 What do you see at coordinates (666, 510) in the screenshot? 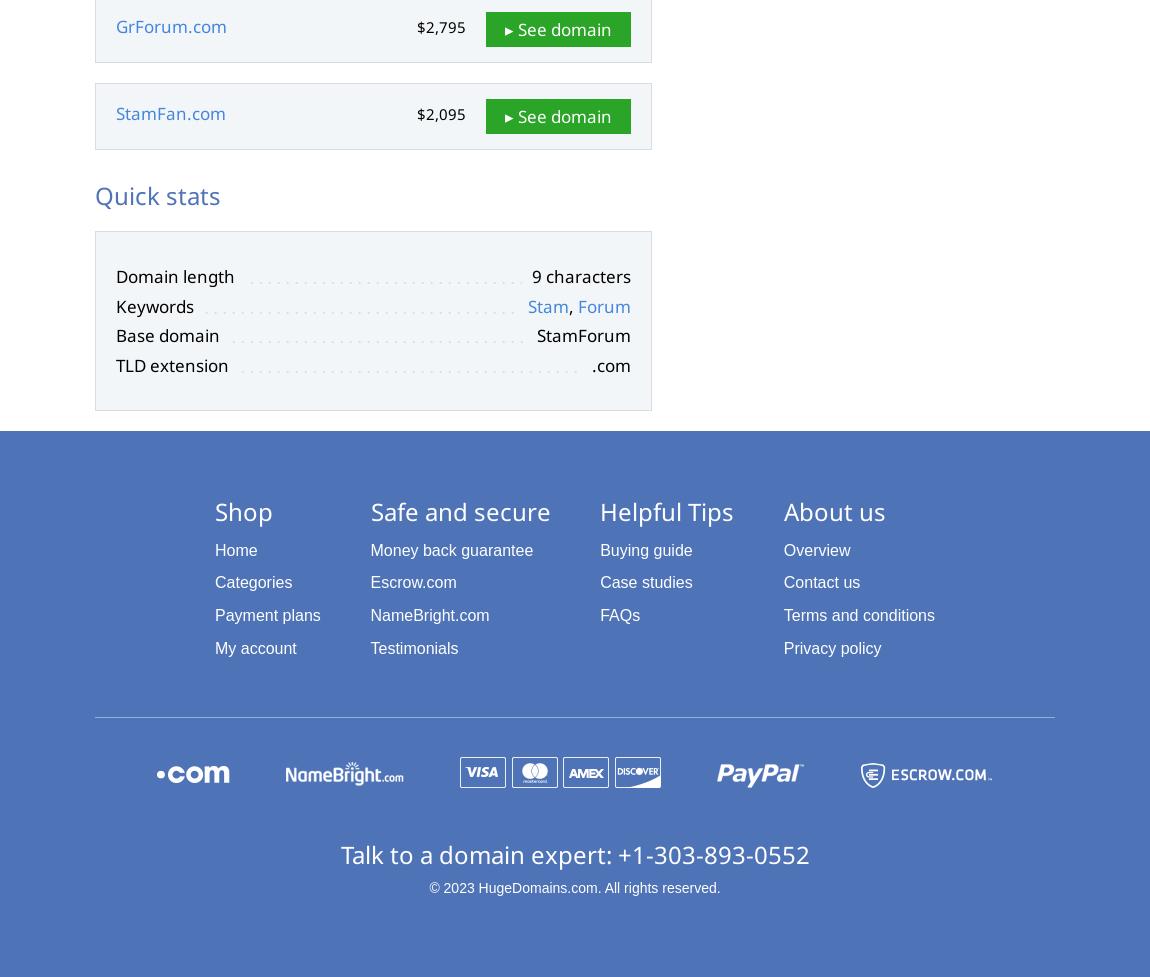
I see `'Helpful Tips'` at bounding box center [666, 510].